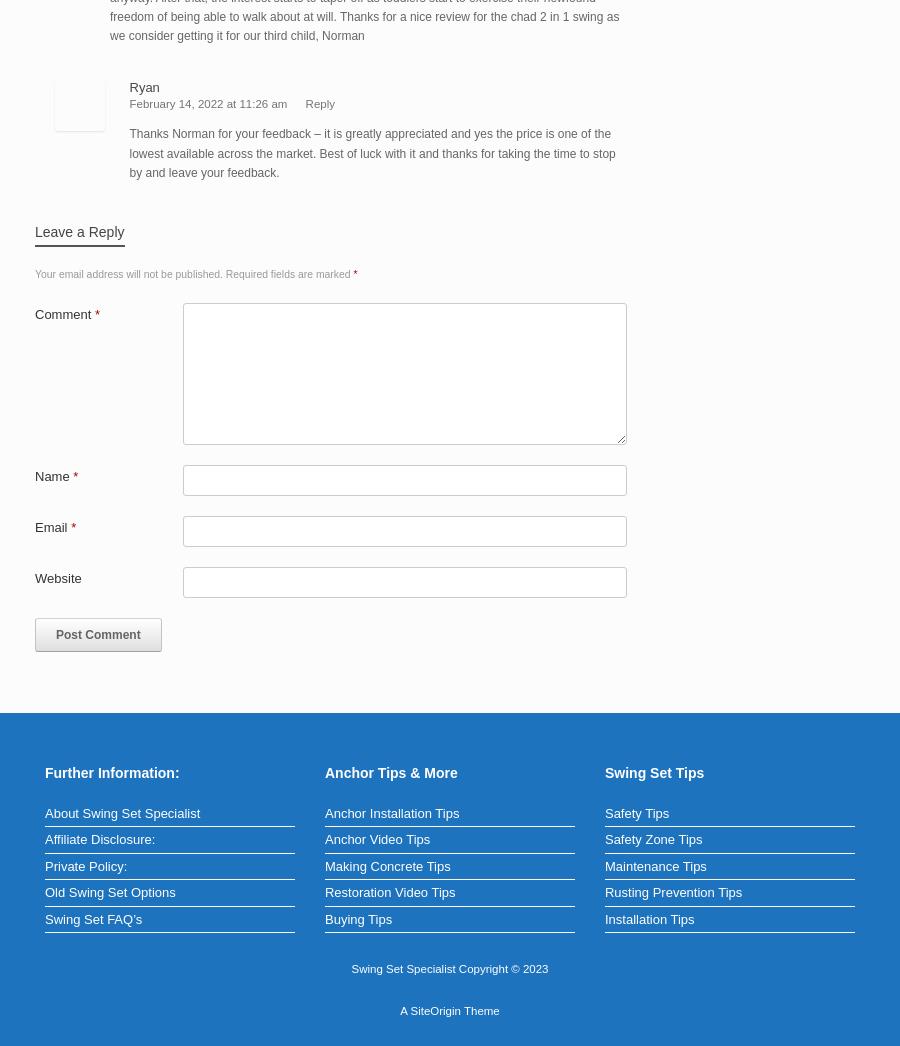 The image size is (900, 1046). I want to click on 'SiteOrigin', so click(434, 1010).